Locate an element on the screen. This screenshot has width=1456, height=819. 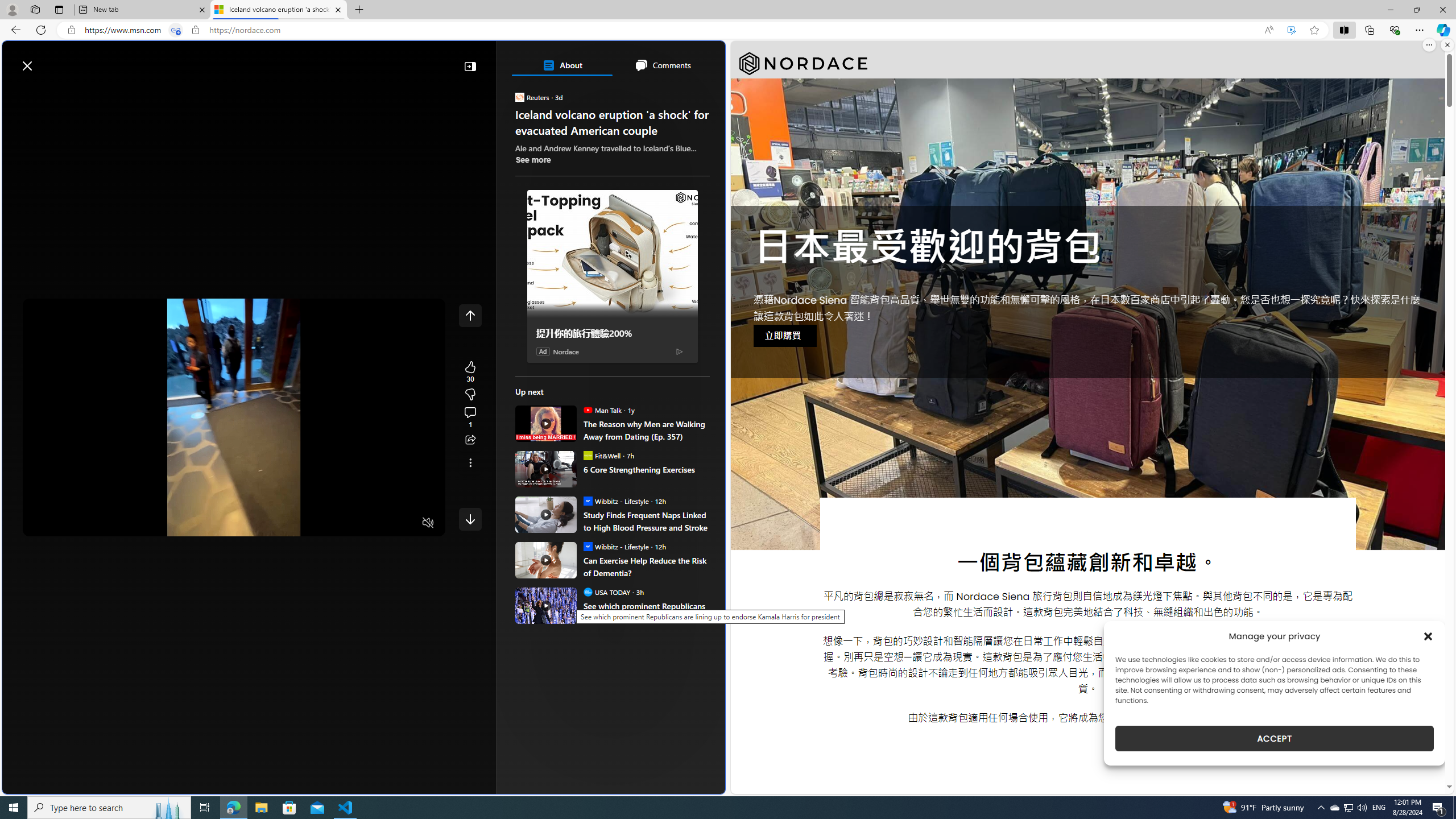
'Captions' is located at coordinates (383, 523).